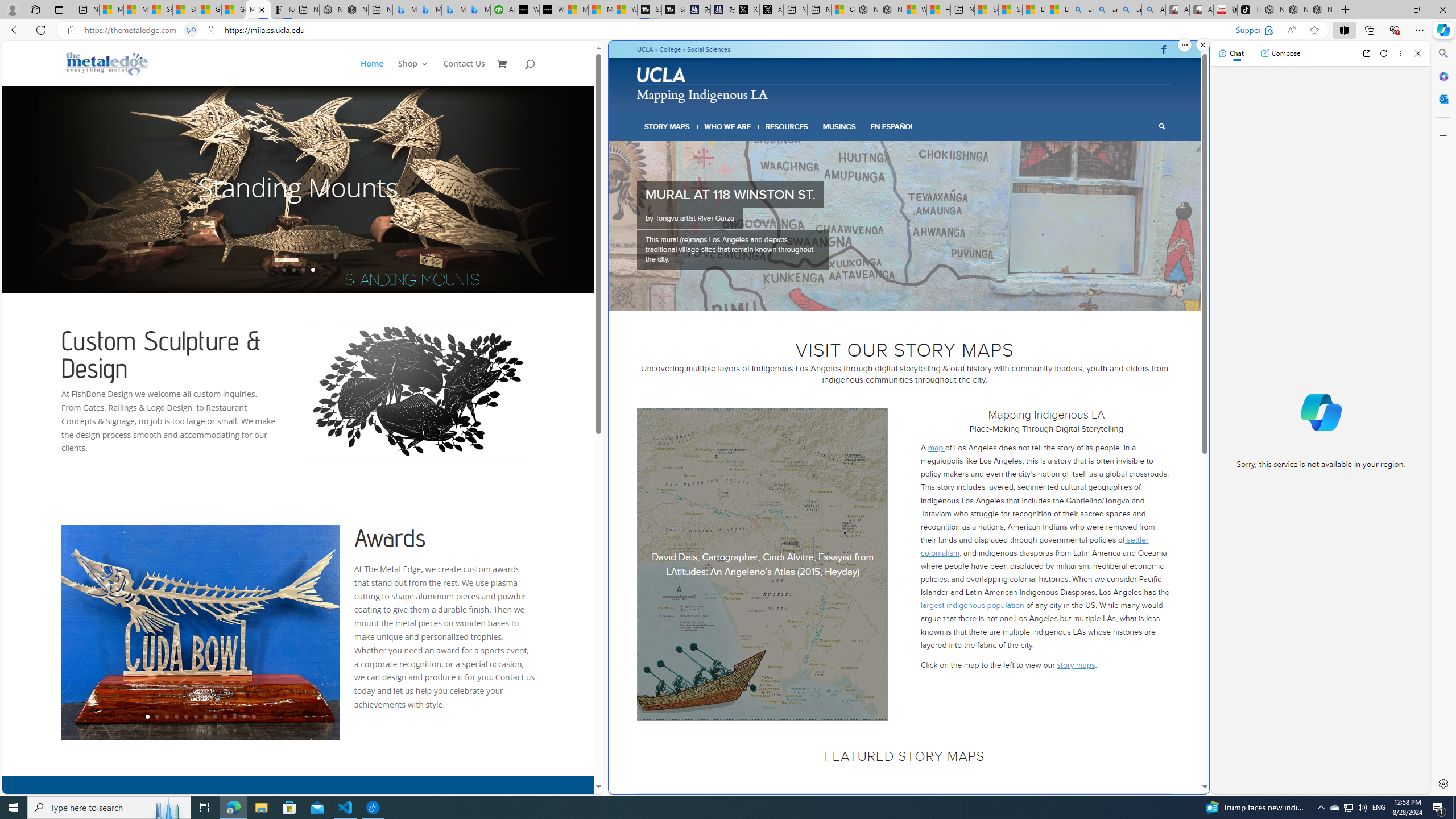  I want to click on 'Customize', so click(1442, 135).